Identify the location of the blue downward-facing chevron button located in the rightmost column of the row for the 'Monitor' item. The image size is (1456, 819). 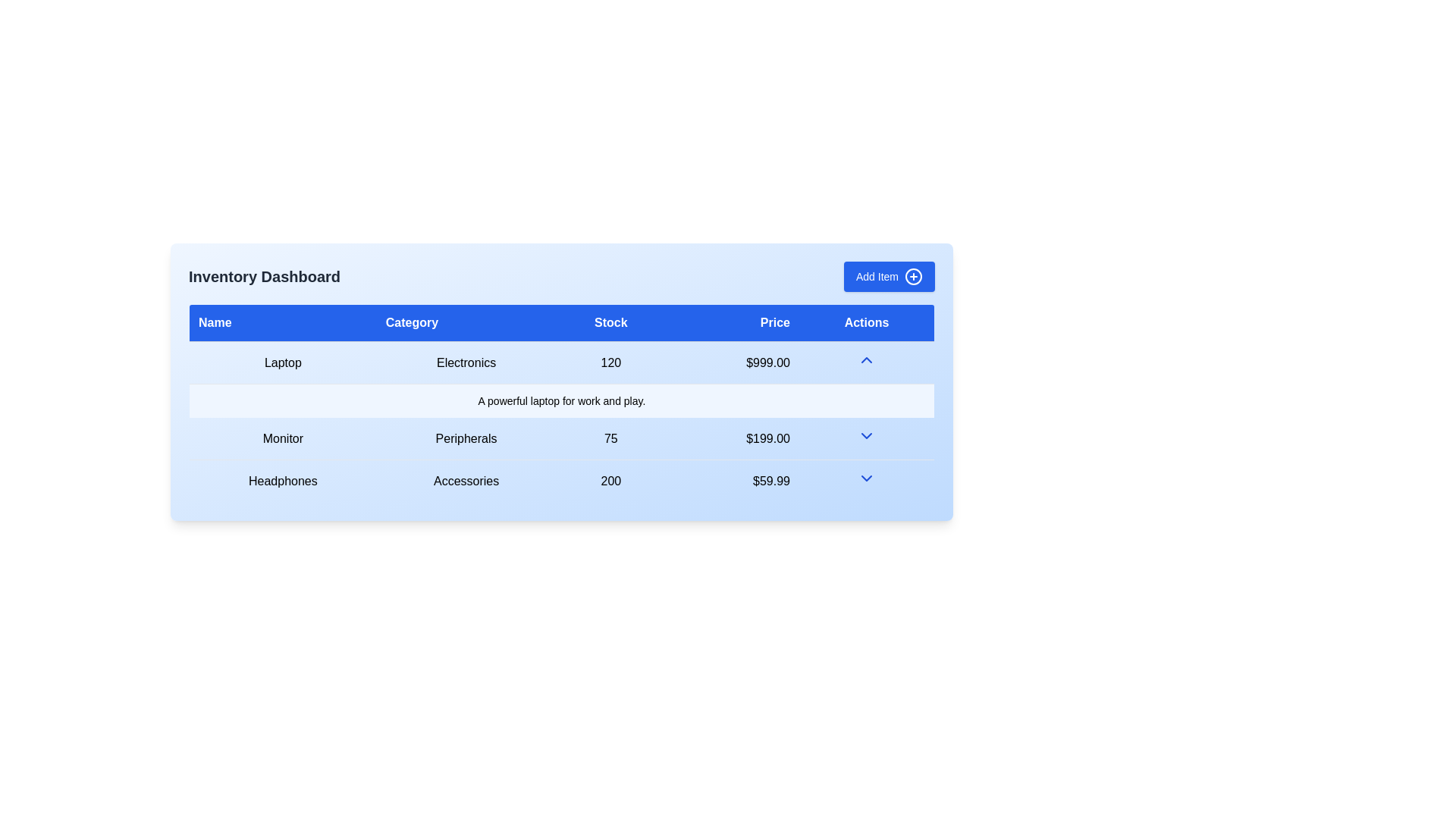
(867, 438).